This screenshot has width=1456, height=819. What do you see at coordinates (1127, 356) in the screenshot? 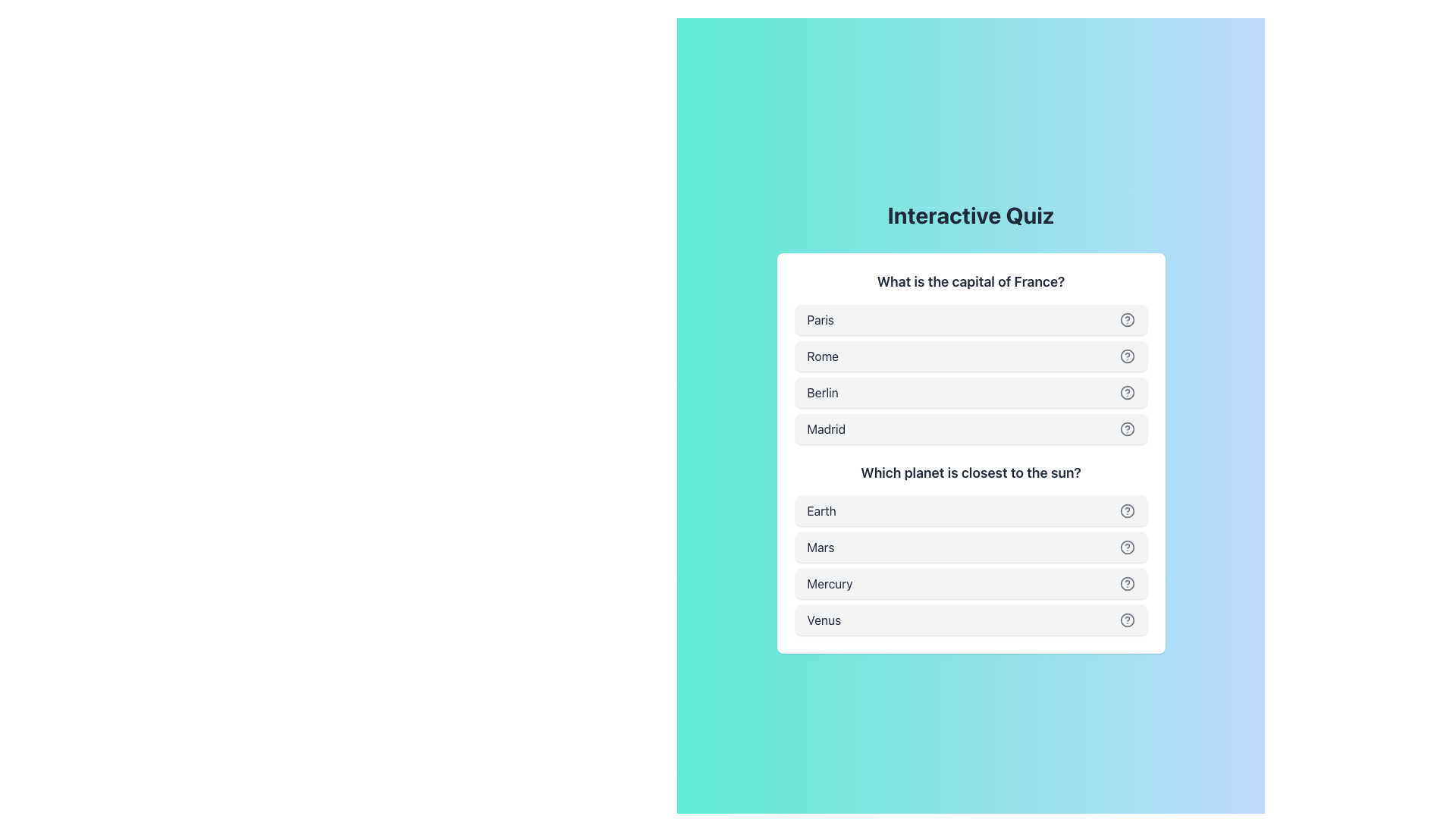
I see `the circular icon with a gray border and a question mark symbol located to the right of the text 'Rome' in the quiz answer options` at bounding box center [1127, 356].